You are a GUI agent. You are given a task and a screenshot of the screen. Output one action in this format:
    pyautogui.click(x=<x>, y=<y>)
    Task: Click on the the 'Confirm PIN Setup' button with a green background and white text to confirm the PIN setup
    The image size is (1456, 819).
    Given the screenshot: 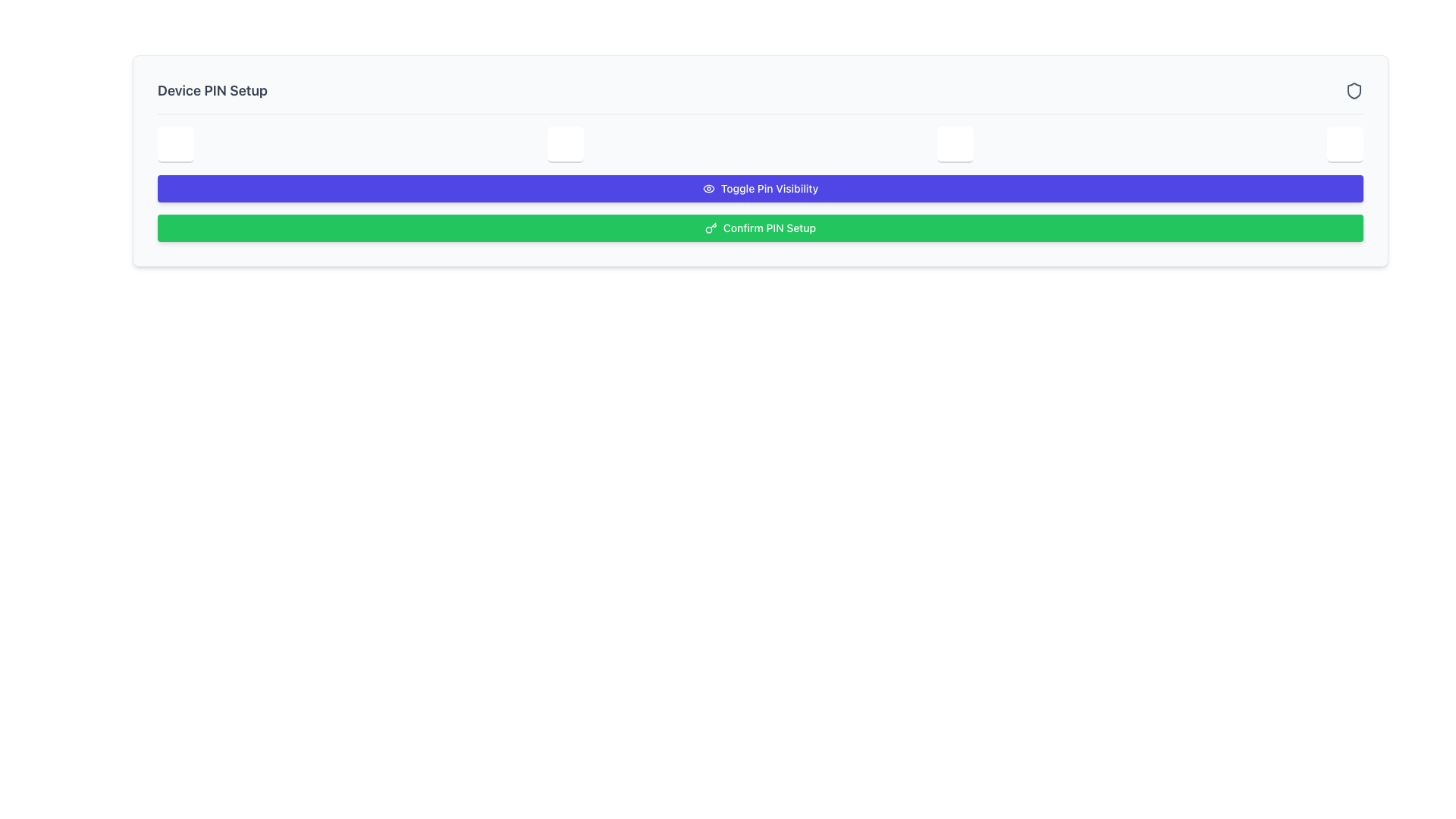 What is the action you would take?
    pyautogui.click(x=761, y=227)
    